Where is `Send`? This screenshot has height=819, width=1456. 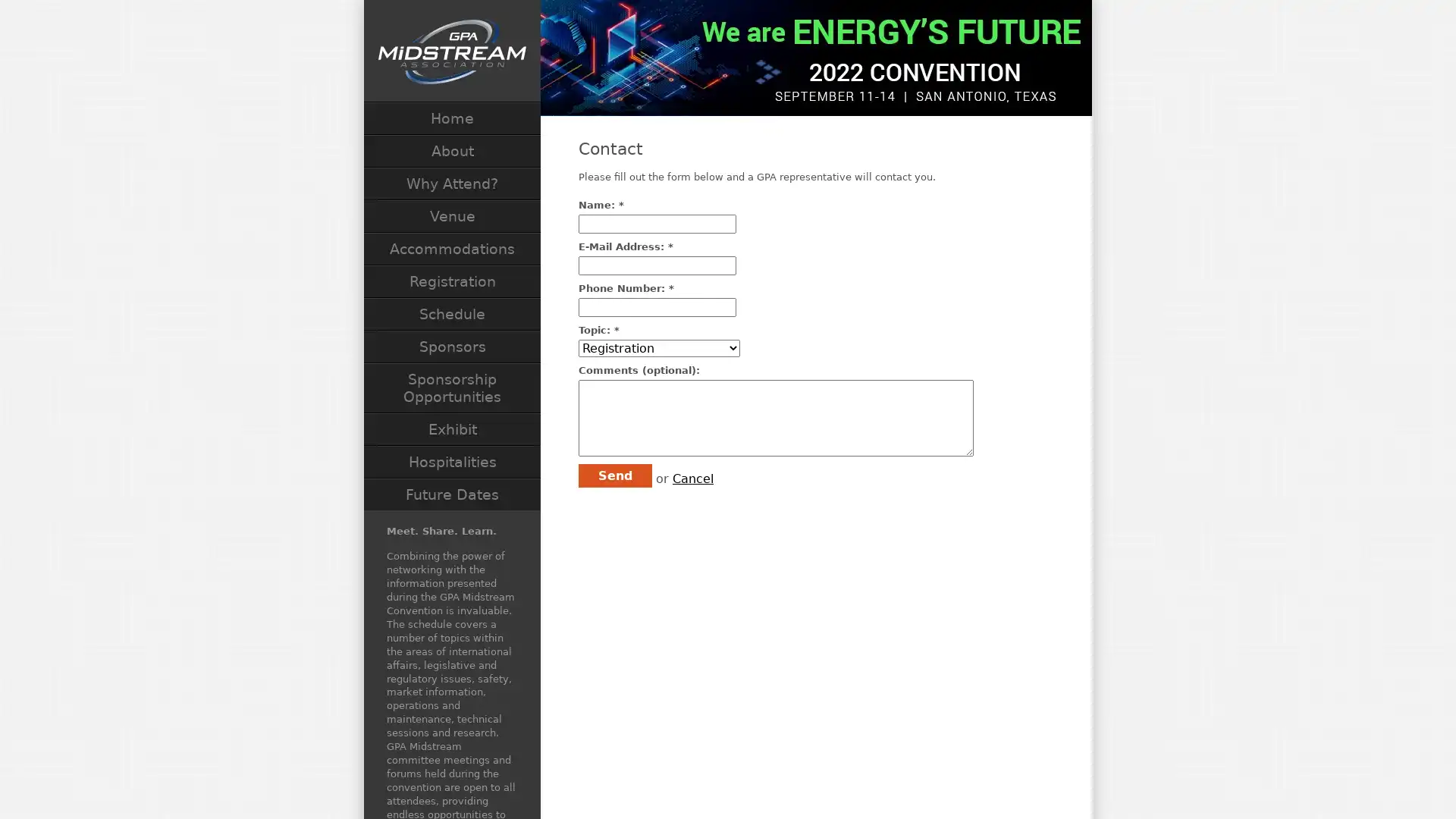 Send is located at coordinates (615, 474).